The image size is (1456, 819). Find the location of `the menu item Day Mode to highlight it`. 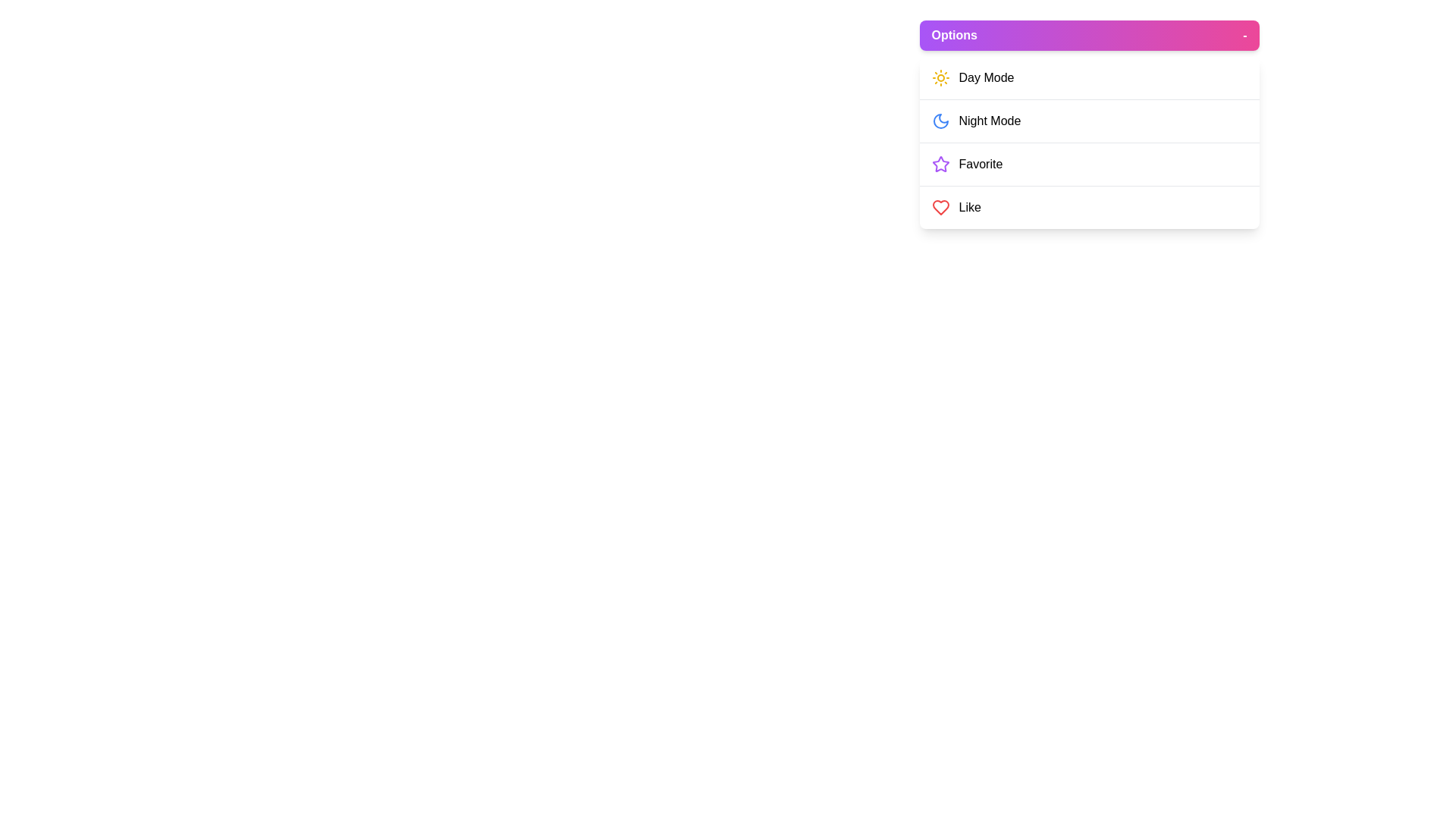

the menu item Day Mode to highlight it is located at coordinates (1088, 78).